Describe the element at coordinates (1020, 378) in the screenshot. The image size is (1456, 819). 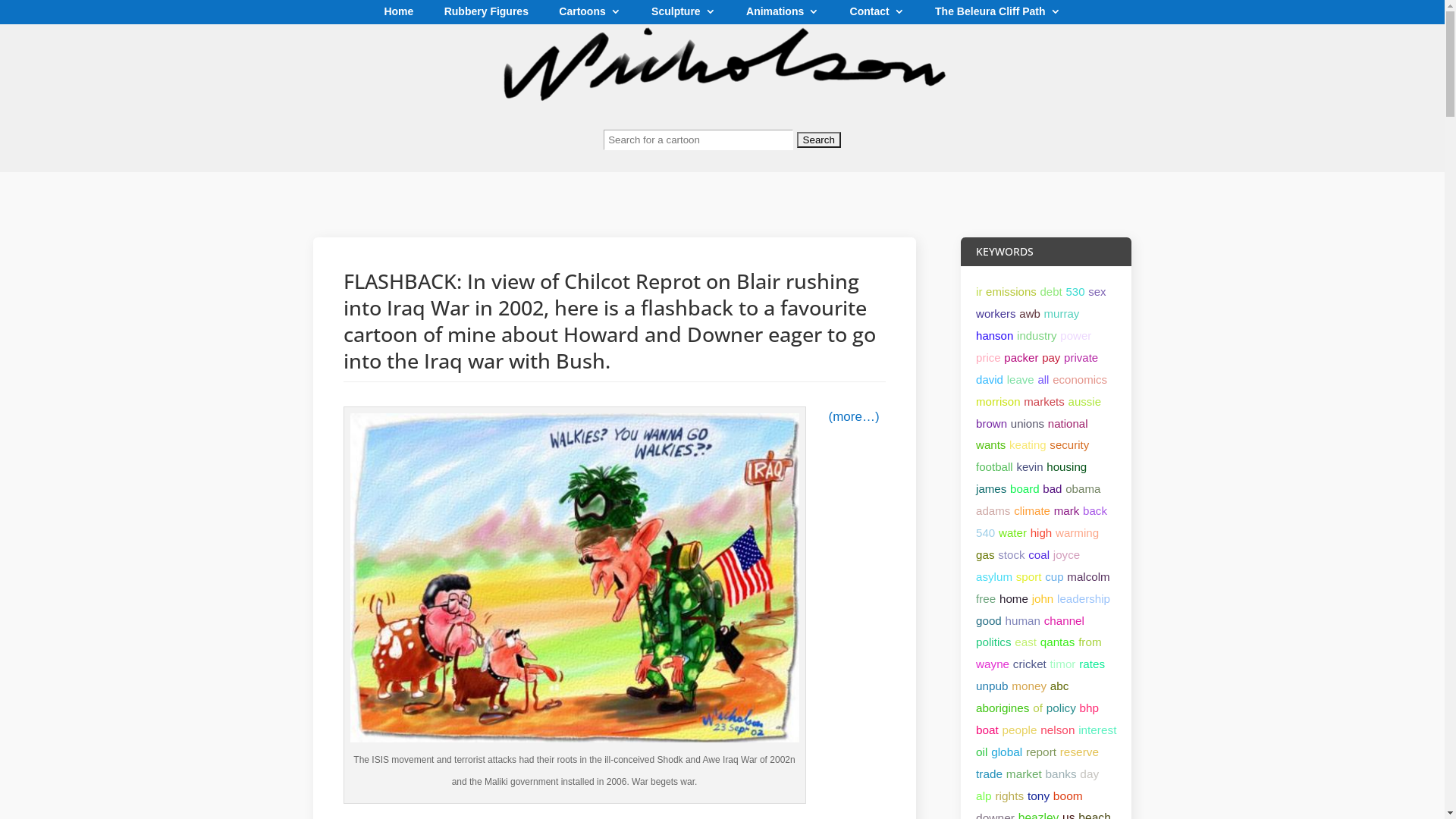
I see `'leave'` at that location.